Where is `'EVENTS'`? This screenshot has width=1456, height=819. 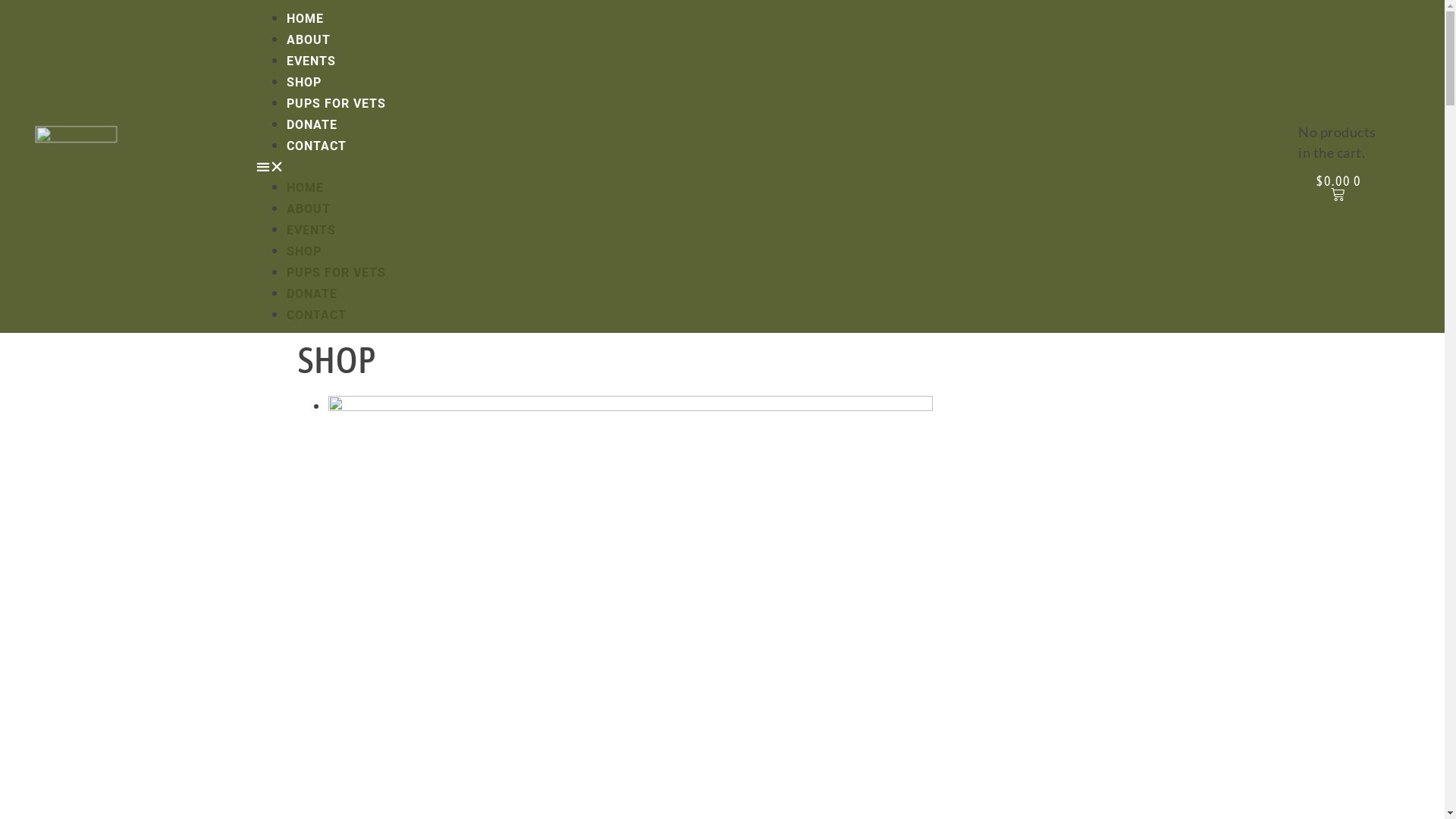 'EVENTS' is located at coordinates (310, 60).